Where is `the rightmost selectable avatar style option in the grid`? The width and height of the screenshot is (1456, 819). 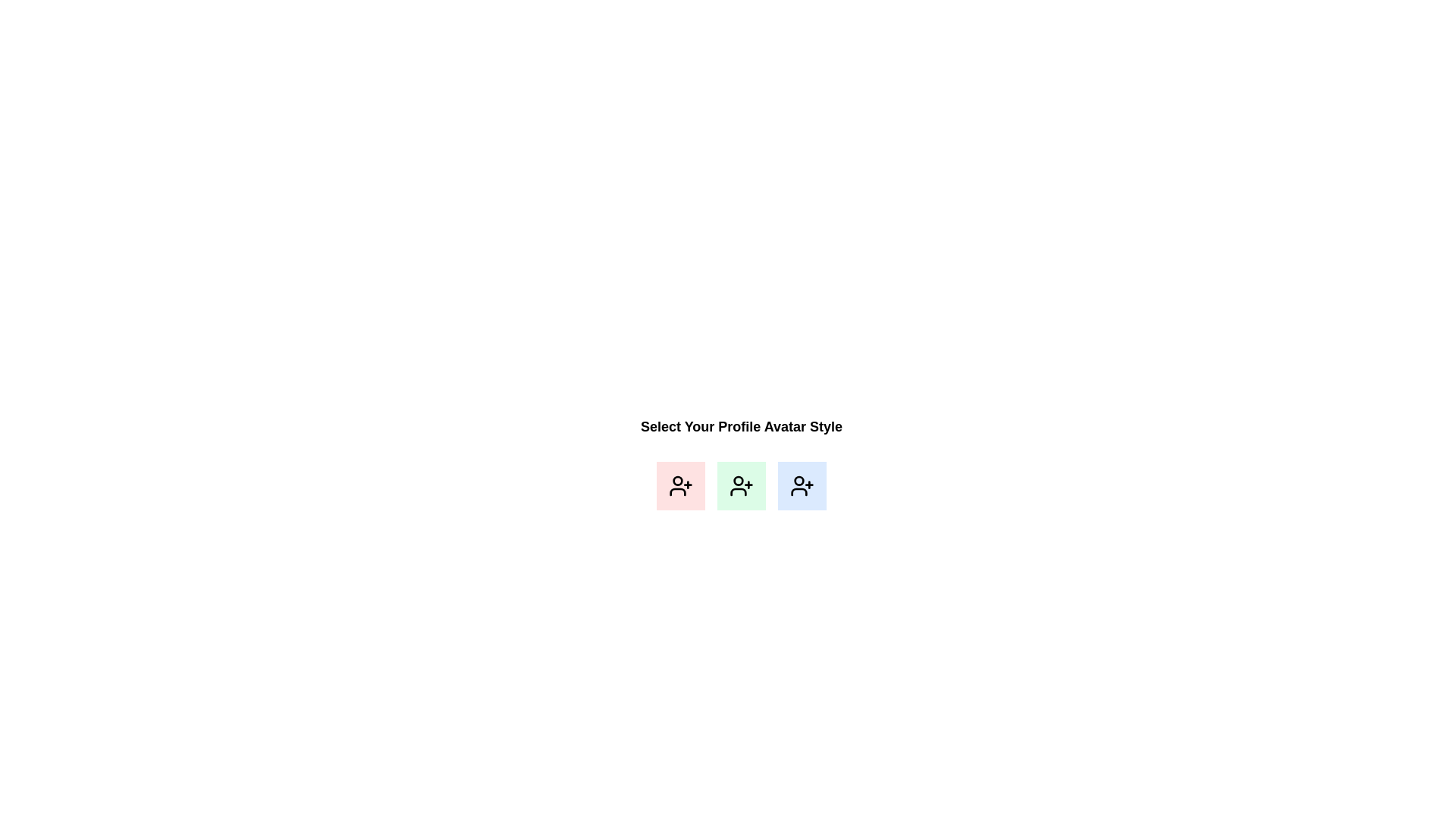
the rightmost selectable avatar style option in the grid is located at coordinates (801, 485).